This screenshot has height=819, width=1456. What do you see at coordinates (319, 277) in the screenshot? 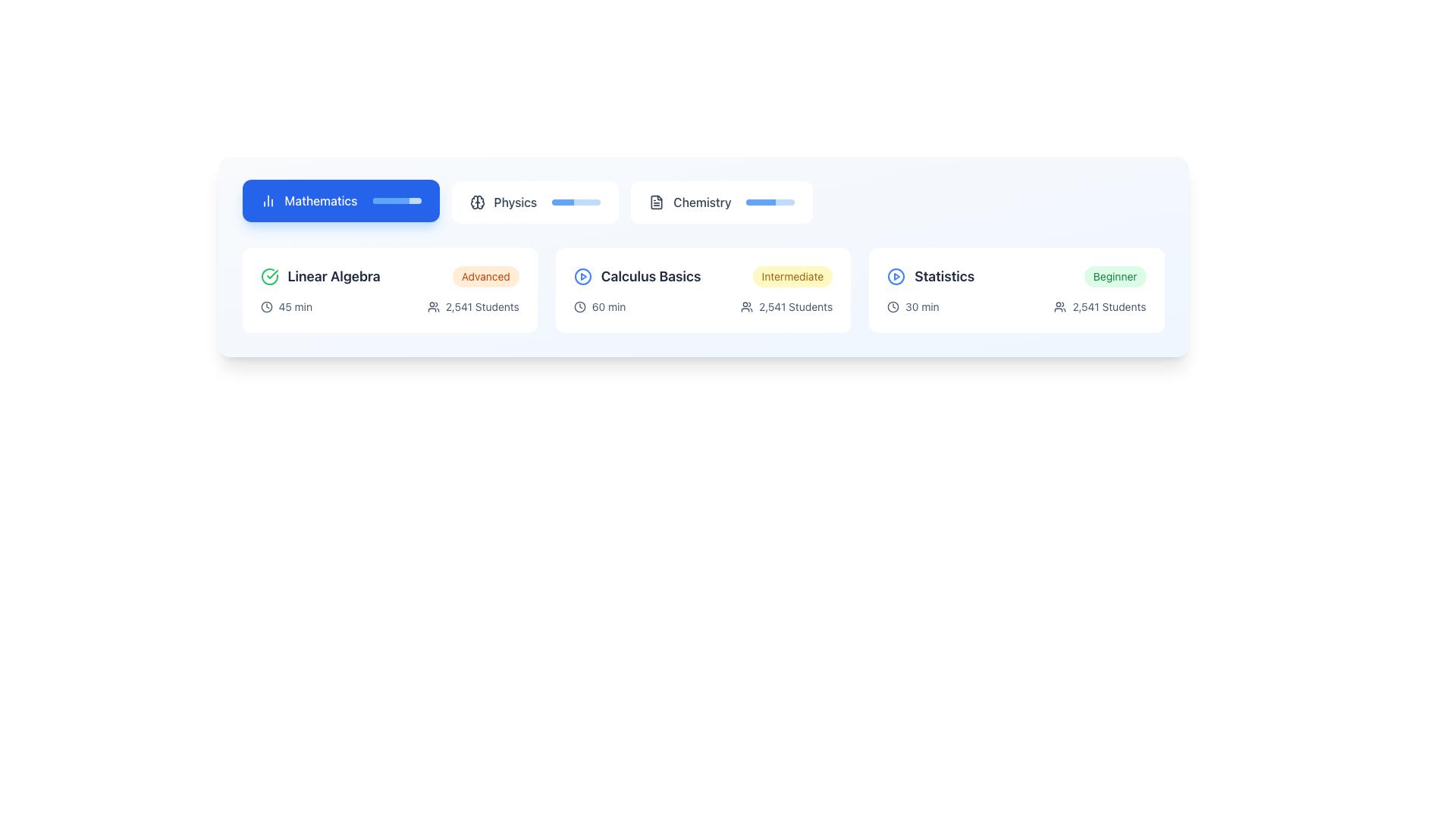
I see `the label with the icon and text 'Linear Algebra', which features a green circular checkmark and is bolded in a darker font` at bounding box center [319, 277].